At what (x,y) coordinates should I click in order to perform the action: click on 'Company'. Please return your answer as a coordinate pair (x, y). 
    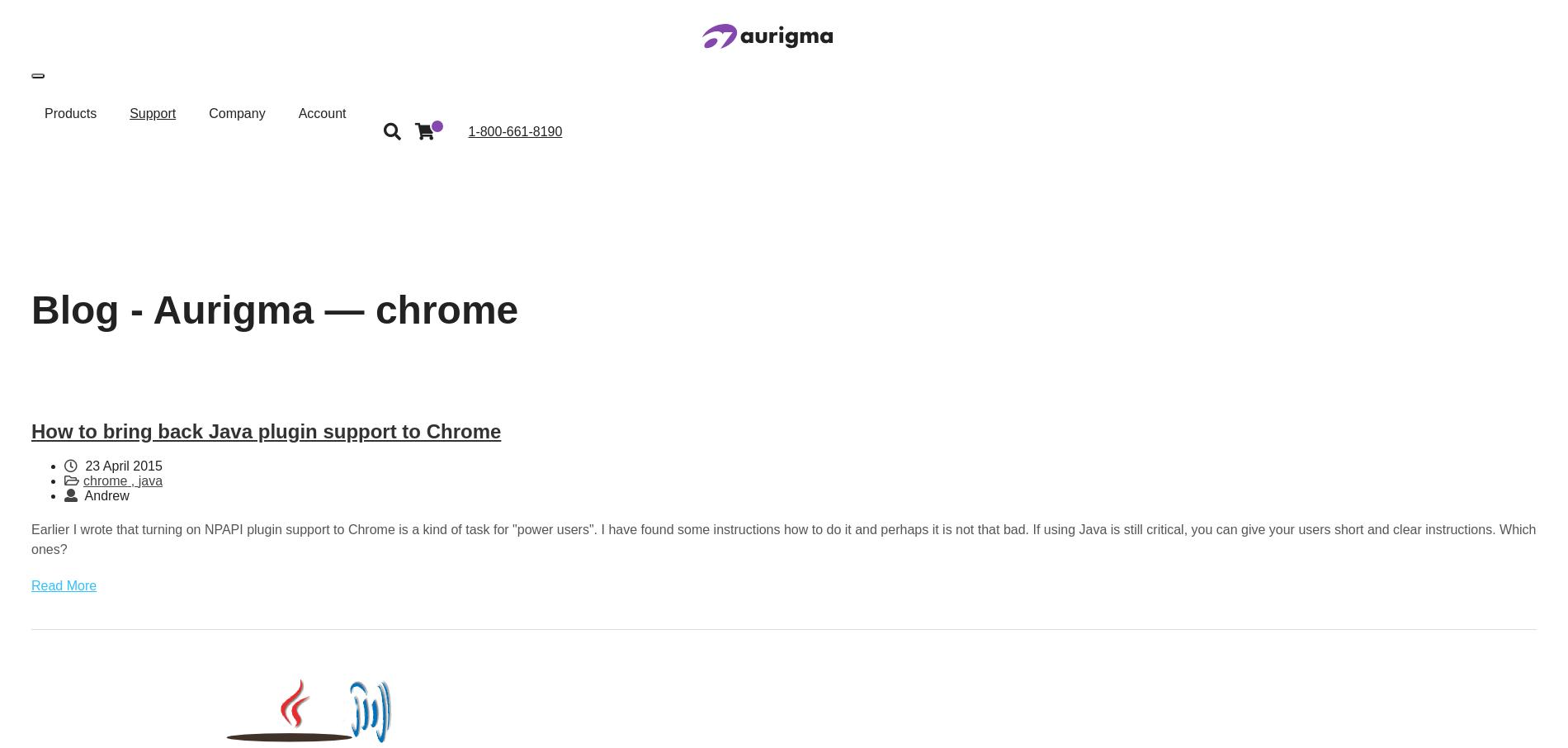
    Looking at the image, I should click on (236, 113).